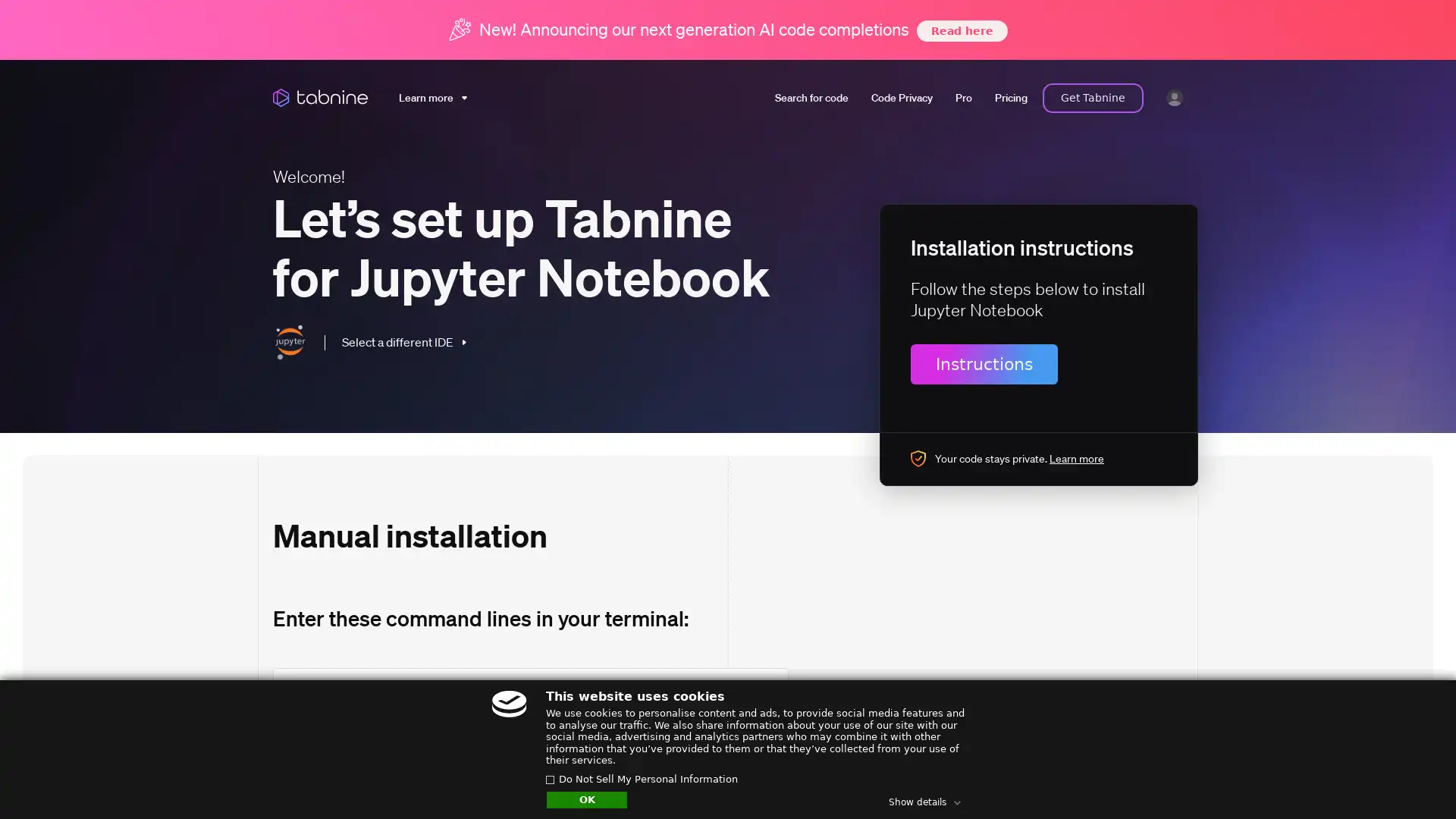  I want to click on Read here, so click(960, 30).